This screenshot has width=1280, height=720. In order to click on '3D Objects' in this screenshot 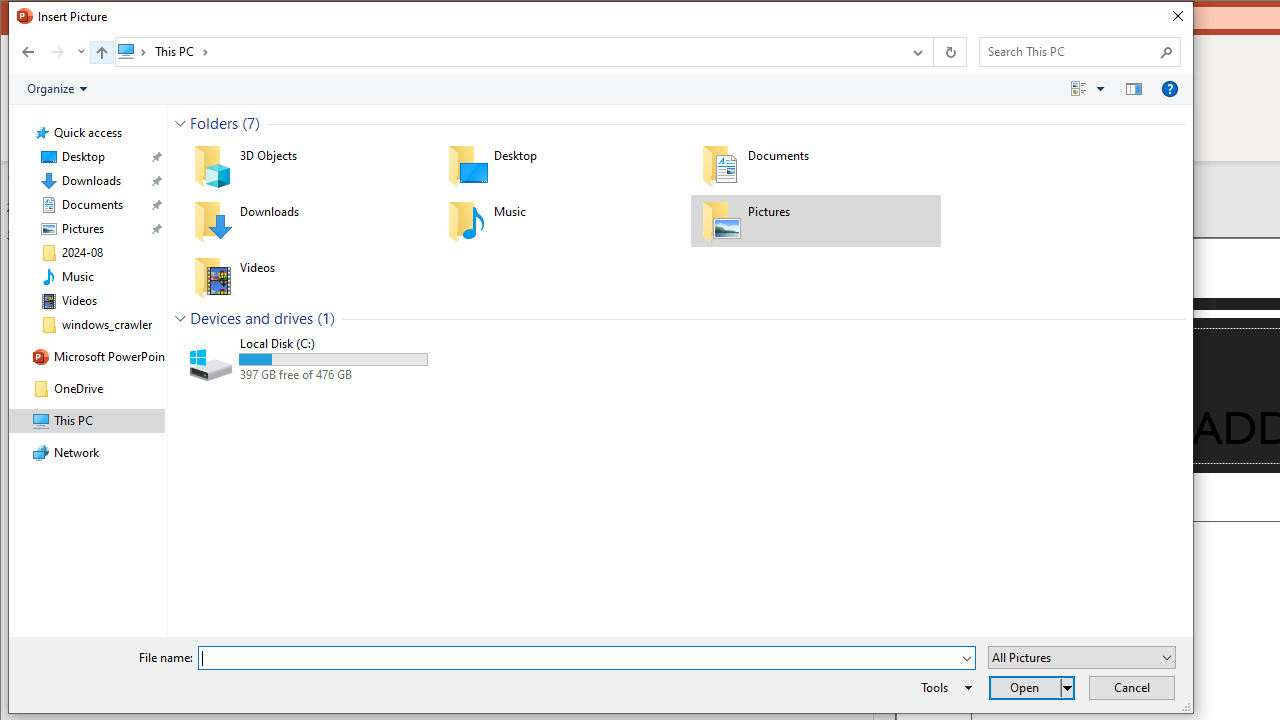, I will do `click(306, 163)`.